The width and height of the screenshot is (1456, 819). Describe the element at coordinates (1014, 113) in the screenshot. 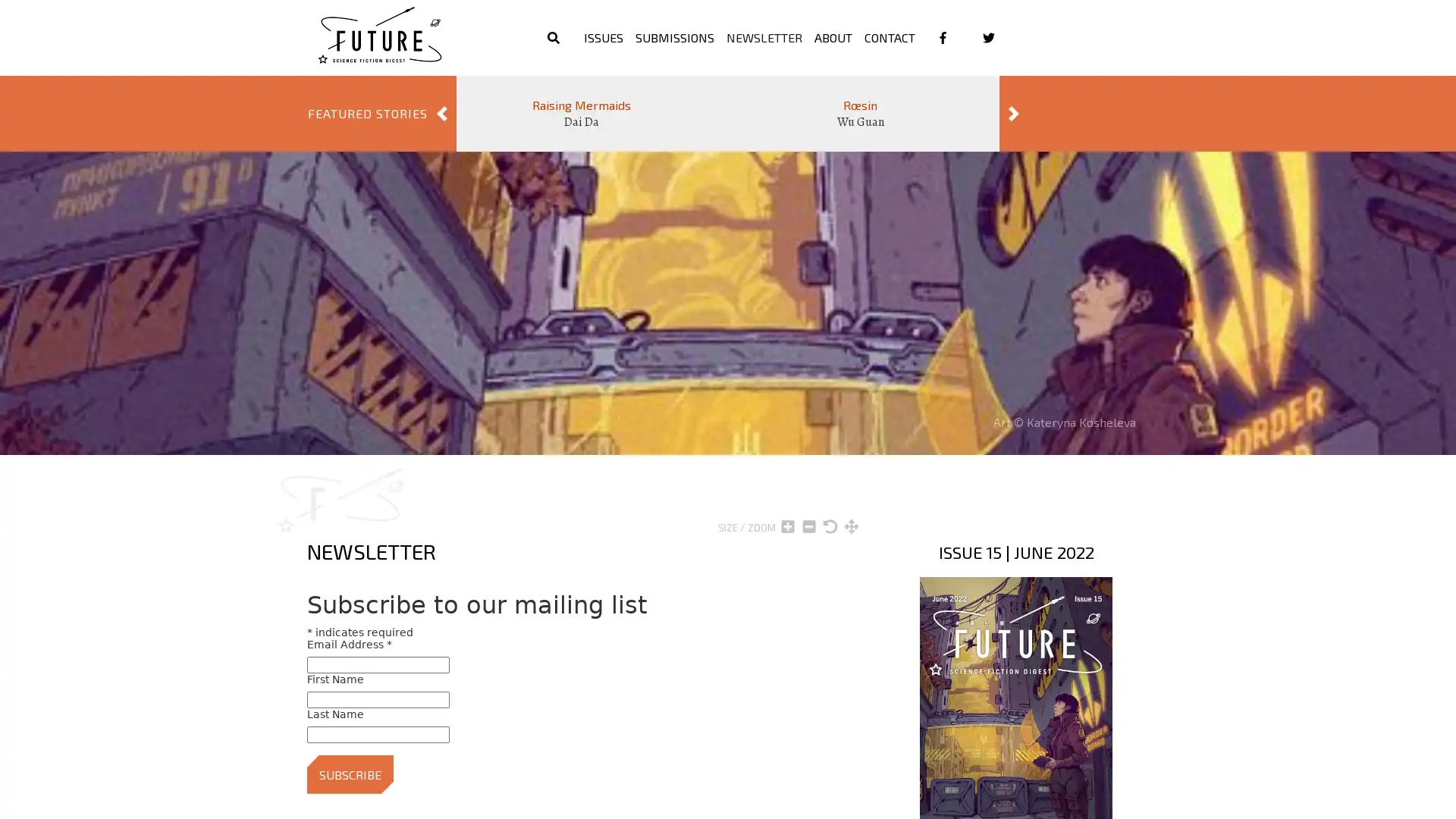

I see `Next` at that location.